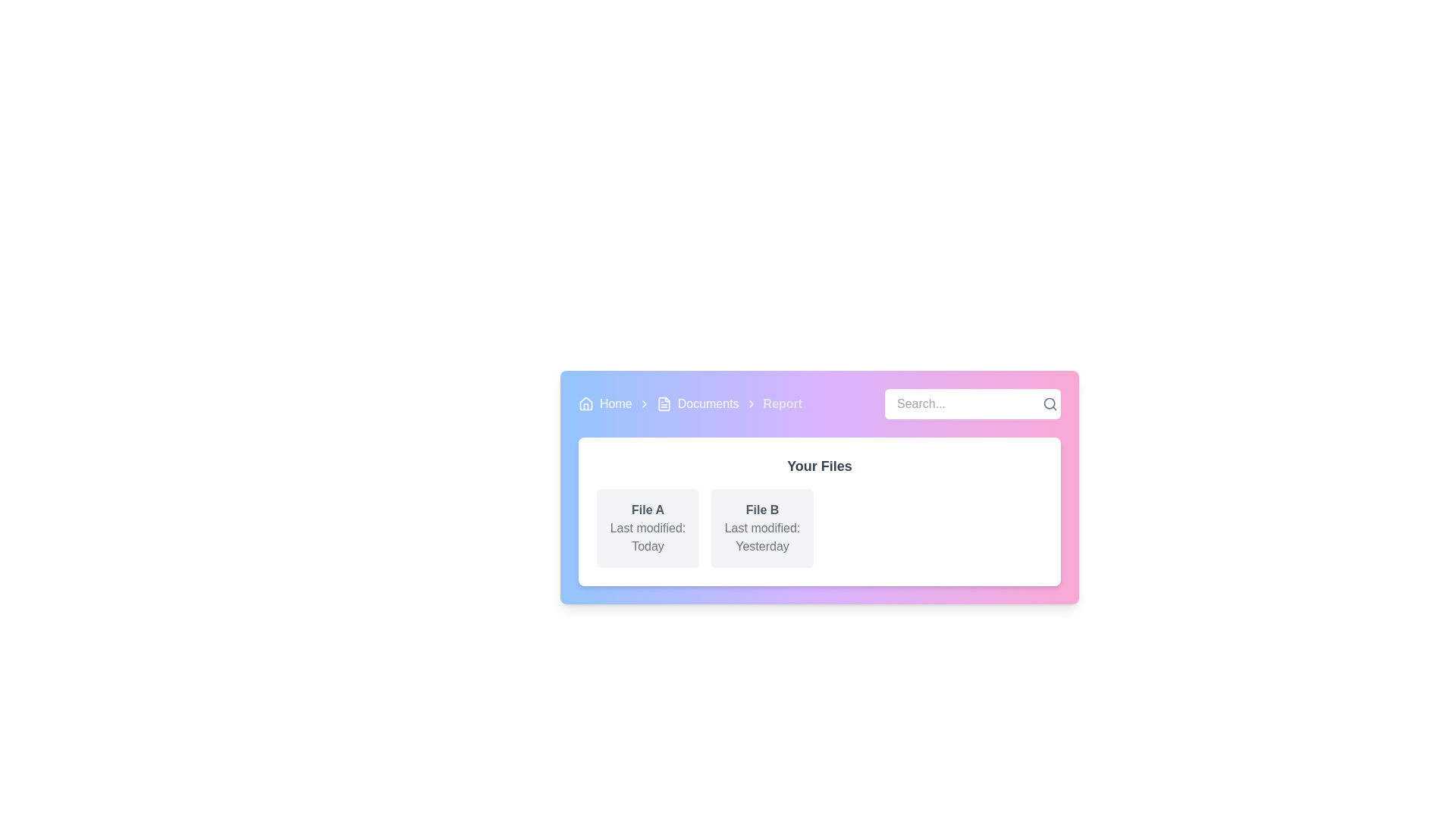 This screenshot has height=819, width=1456. I want to click on the static text label that displays the modification status of a file, indicating the last modification date as 'Today', so click(648, 537).